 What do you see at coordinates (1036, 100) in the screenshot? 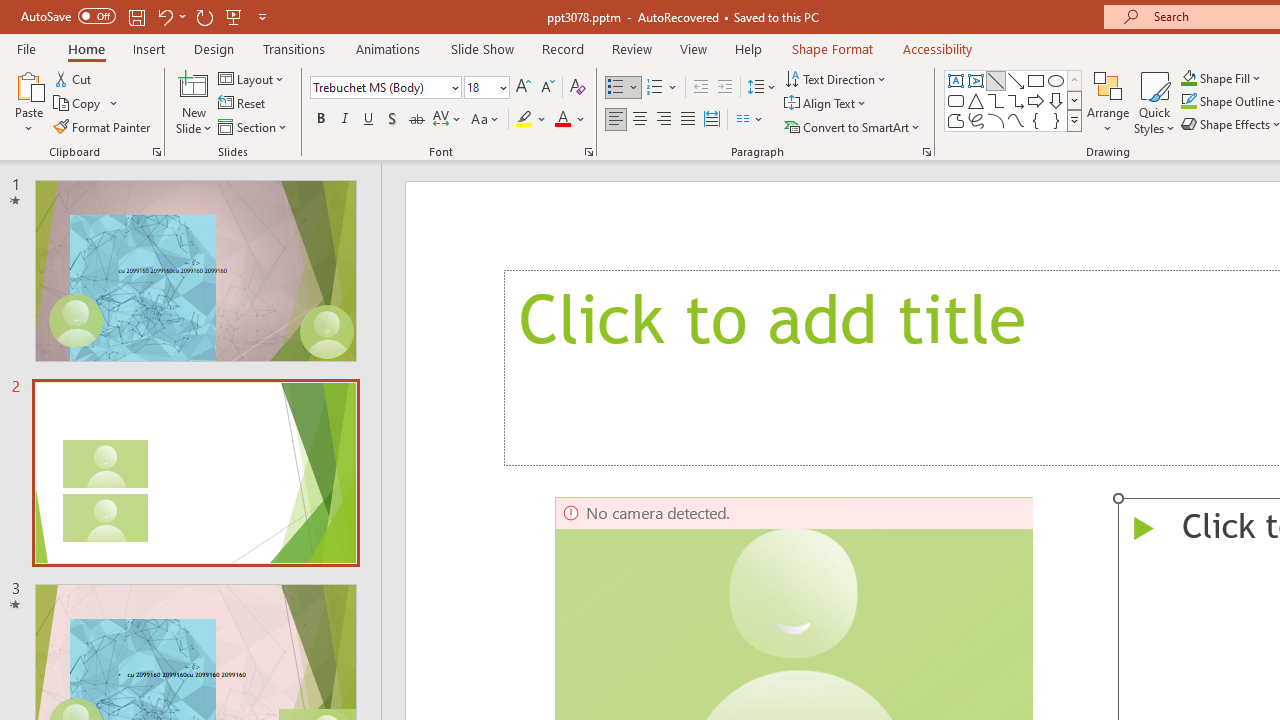
I see `'Arrow: Right'` at bounding box center [1036, 100].